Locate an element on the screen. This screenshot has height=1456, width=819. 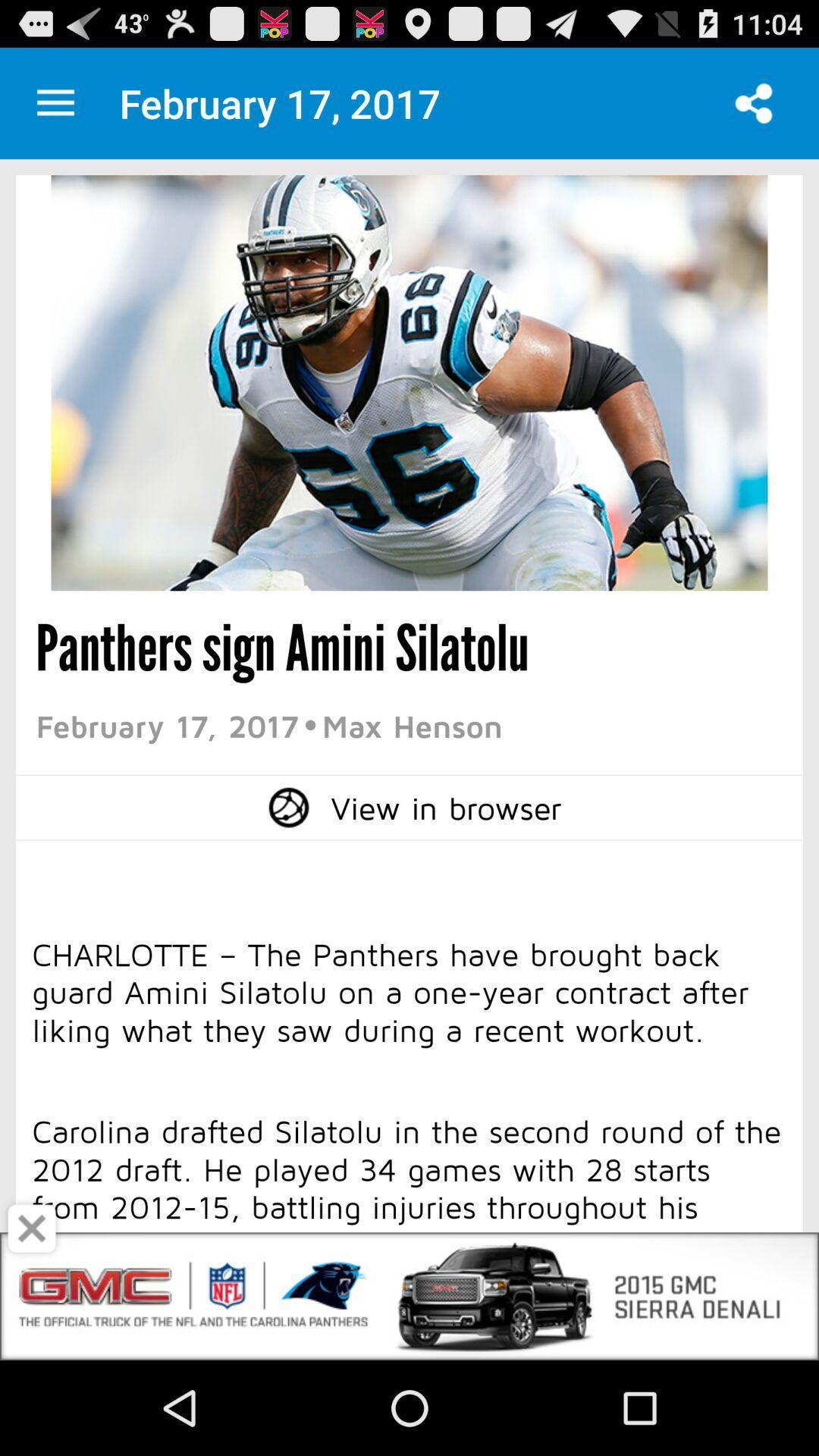
open an advertisements is located at coordinates (409, 1110).